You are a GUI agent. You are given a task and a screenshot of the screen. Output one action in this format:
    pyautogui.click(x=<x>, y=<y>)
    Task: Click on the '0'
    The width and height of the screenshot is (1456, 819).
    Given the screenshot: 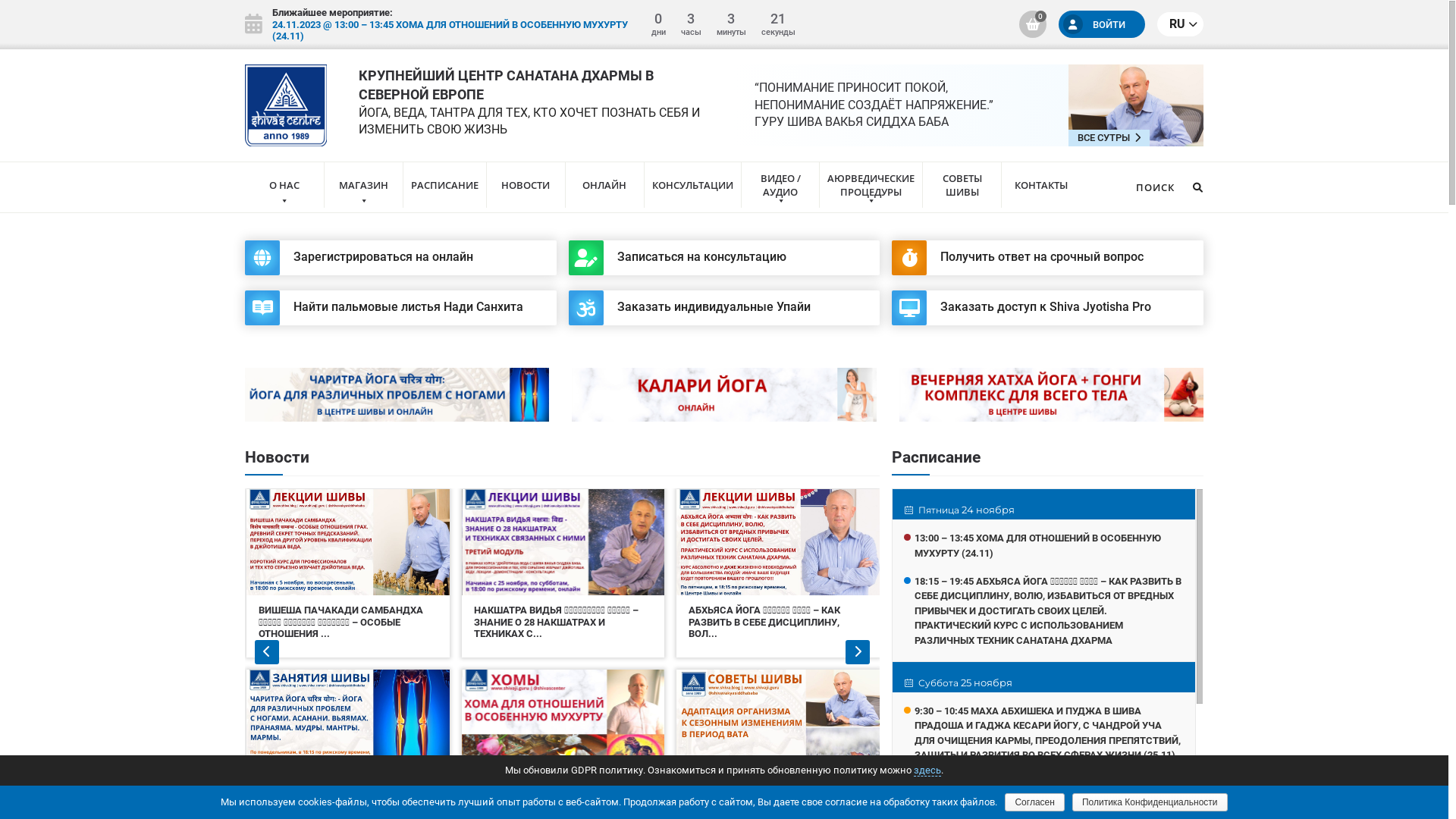 What is the action you would take?
    pyautogui.click(x=1032, y=24)
    